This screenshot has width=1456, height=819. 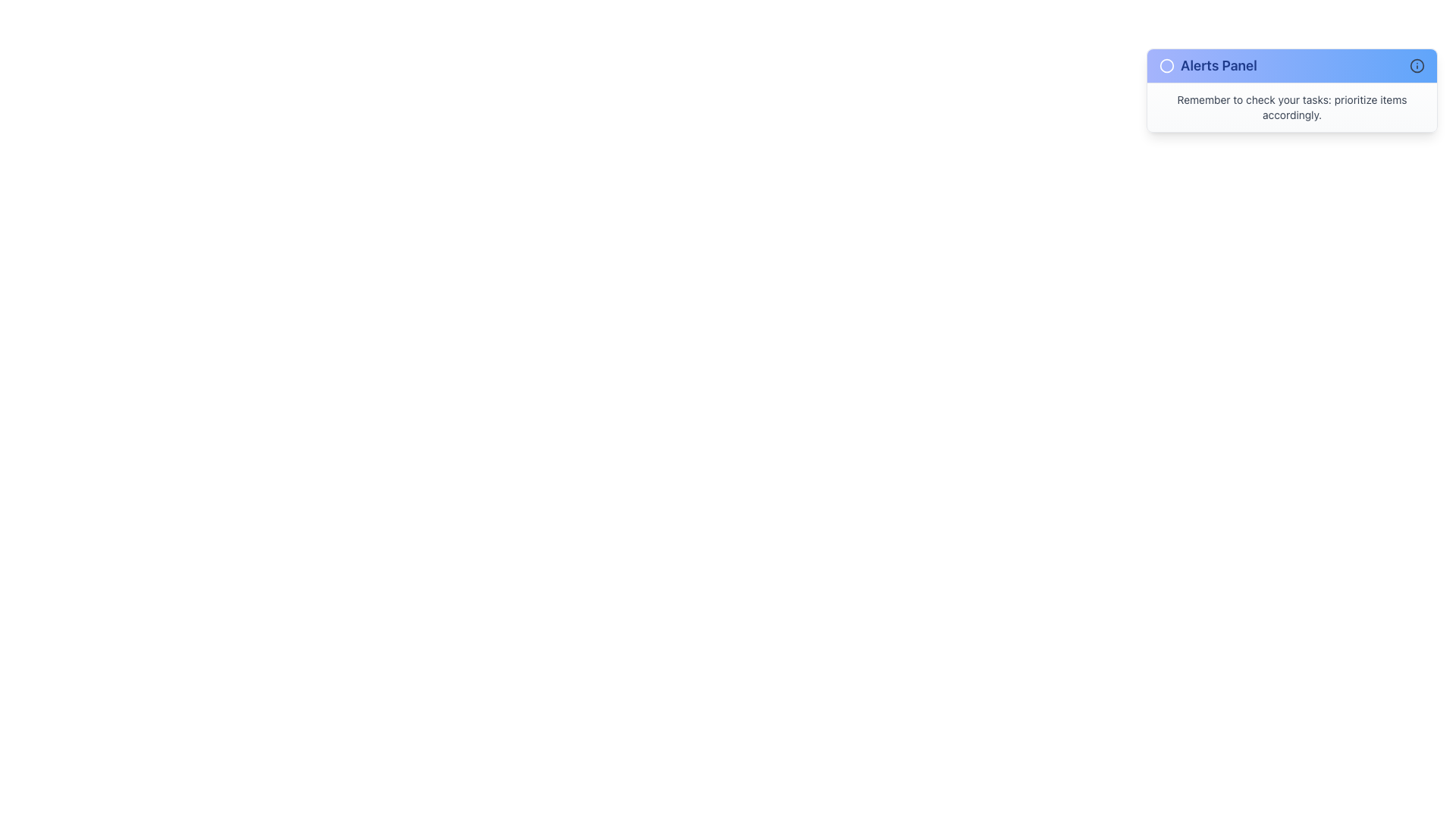 What do you see at coordinates (1291, 107) in the screenshot?
I see `the static text element displaying 'Remember to check your tasks: prioritize items accordingly.' located in the lower section of the 'Alerts Panel' box` at bounding box center [1291, 107].